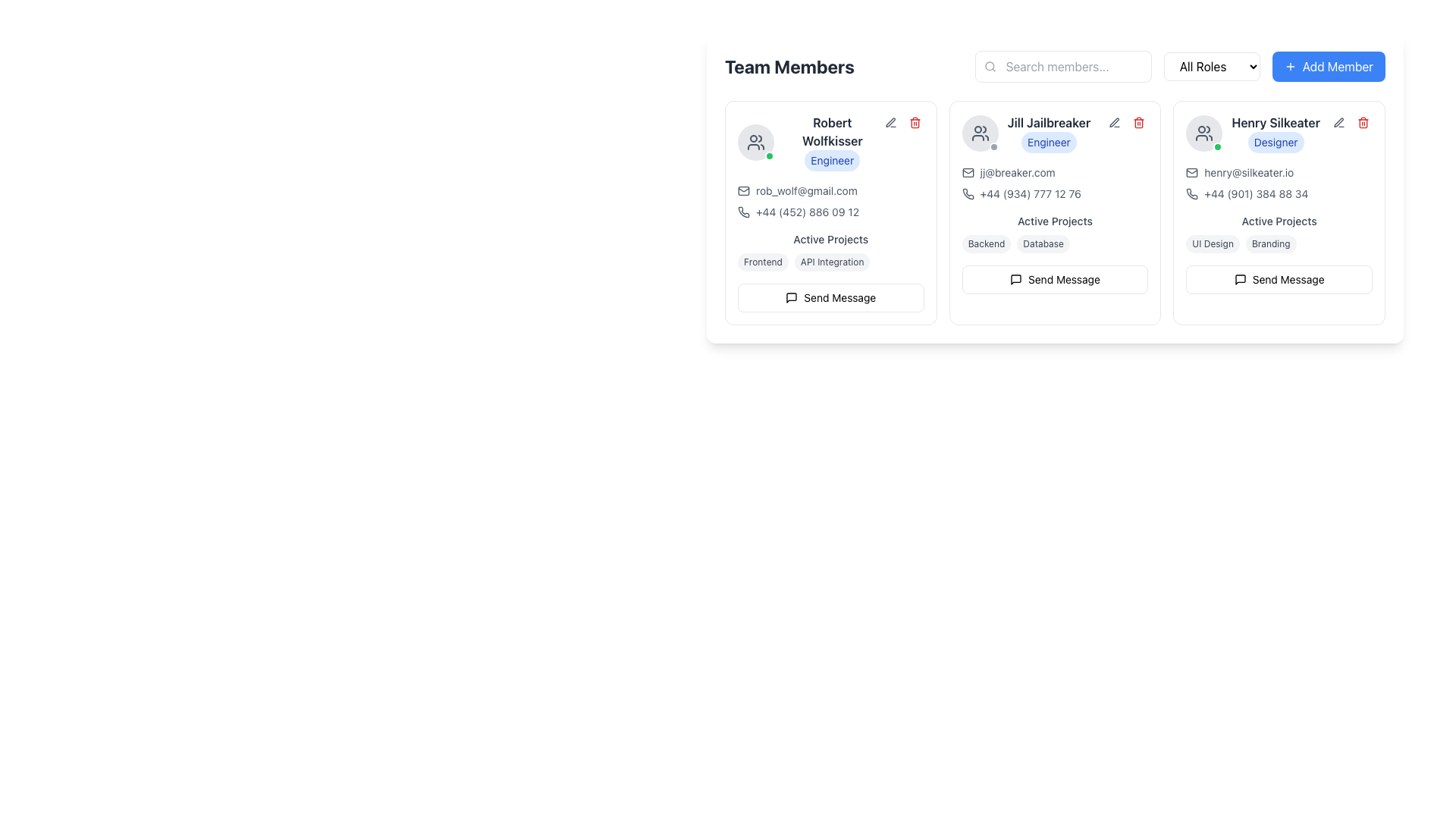  What do you see at coordinates (914, 122) in the screenshot?
I see `the delete icon (trash can) located at the top-right corner of Robert Wolfkisser's card in the Team Members section` at bounding box center [914, 122].